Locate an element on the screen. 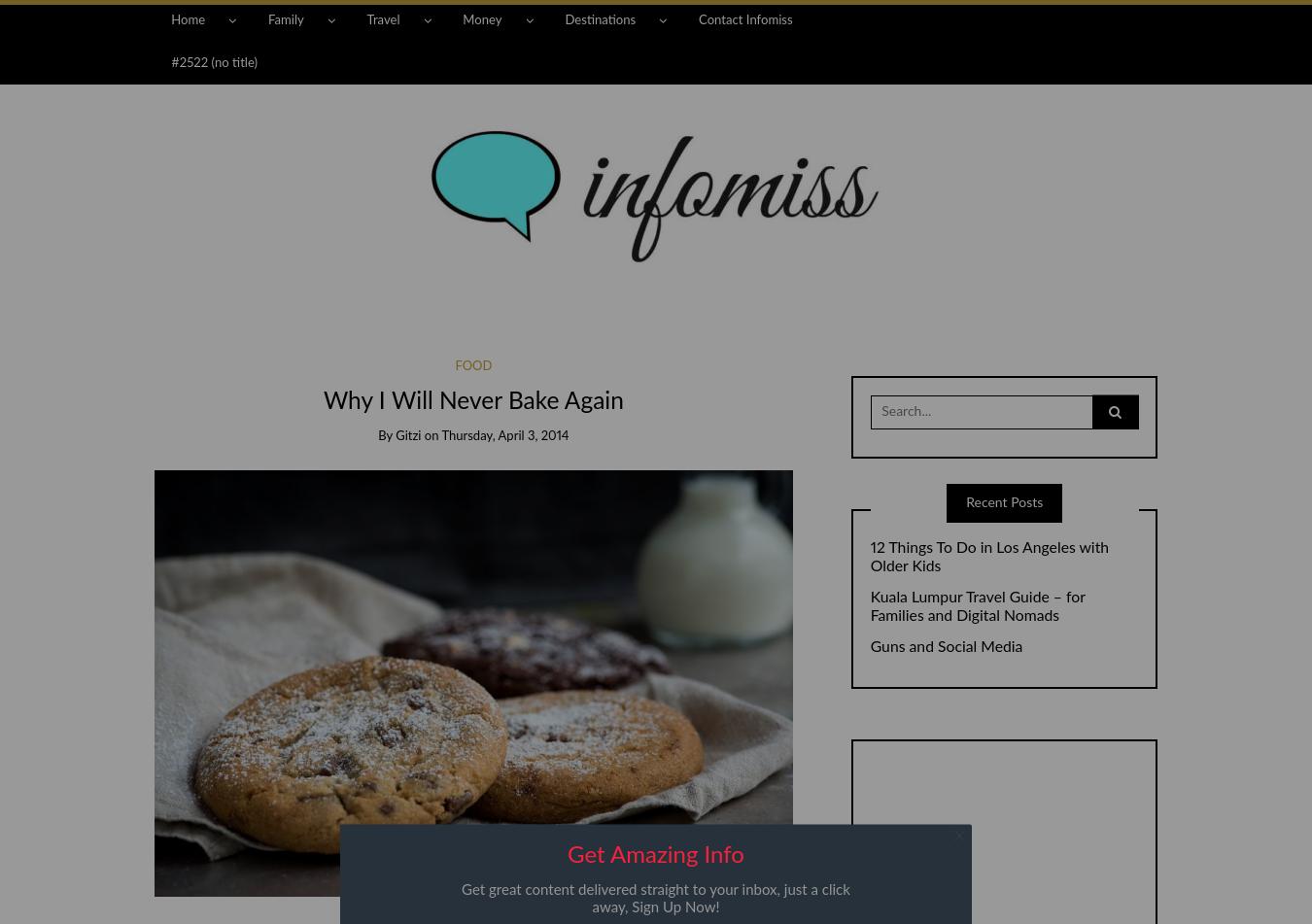 This screenshot has width=1312, height=924. 'Kuala Lumpur Travel Guide – for Families and Digital Nomads' is located at coordinates (976, 605).